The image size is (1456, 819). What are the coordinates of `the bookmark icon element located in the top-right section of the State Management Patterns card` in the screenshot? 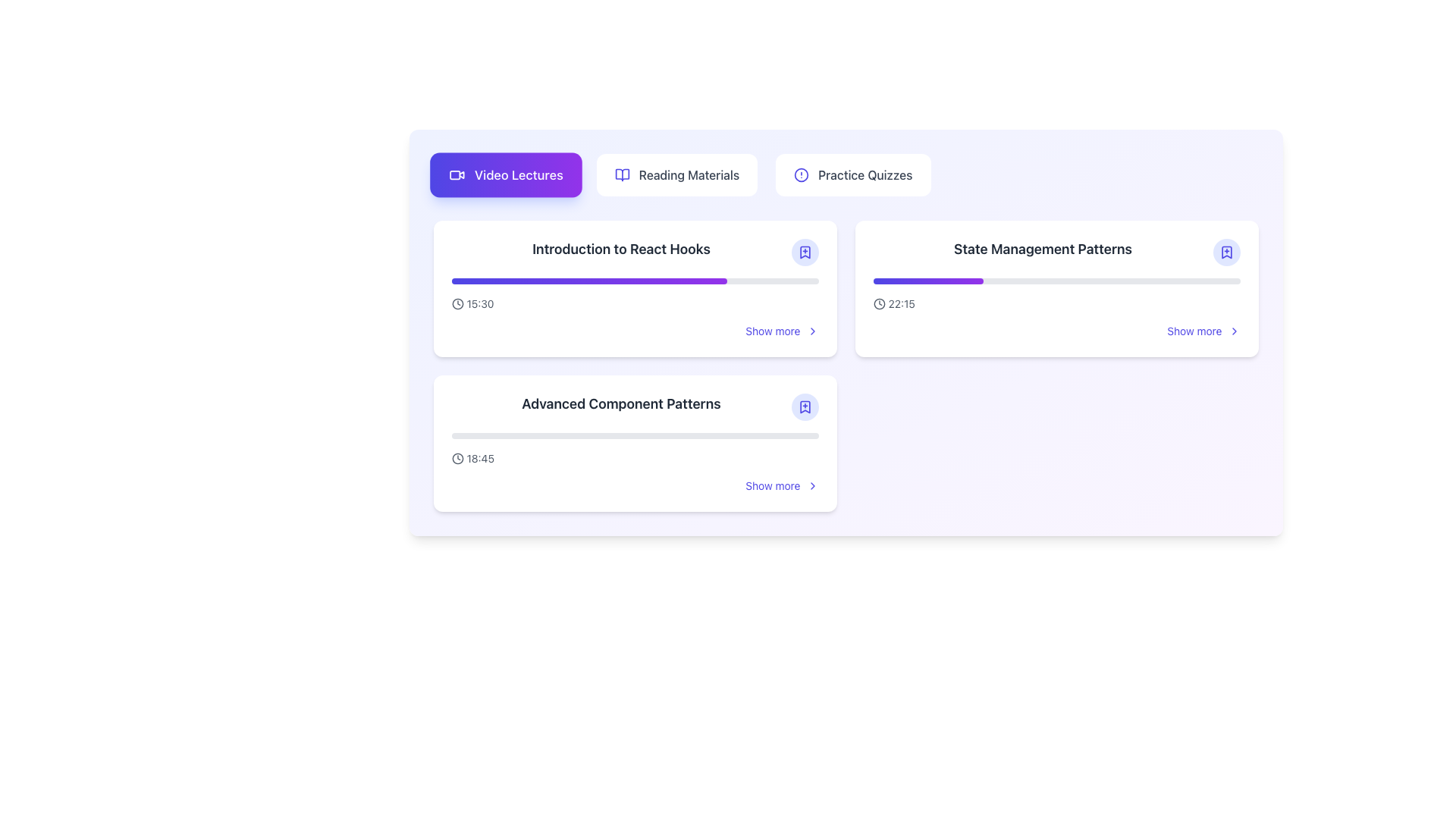 It's located at (1226, 251).